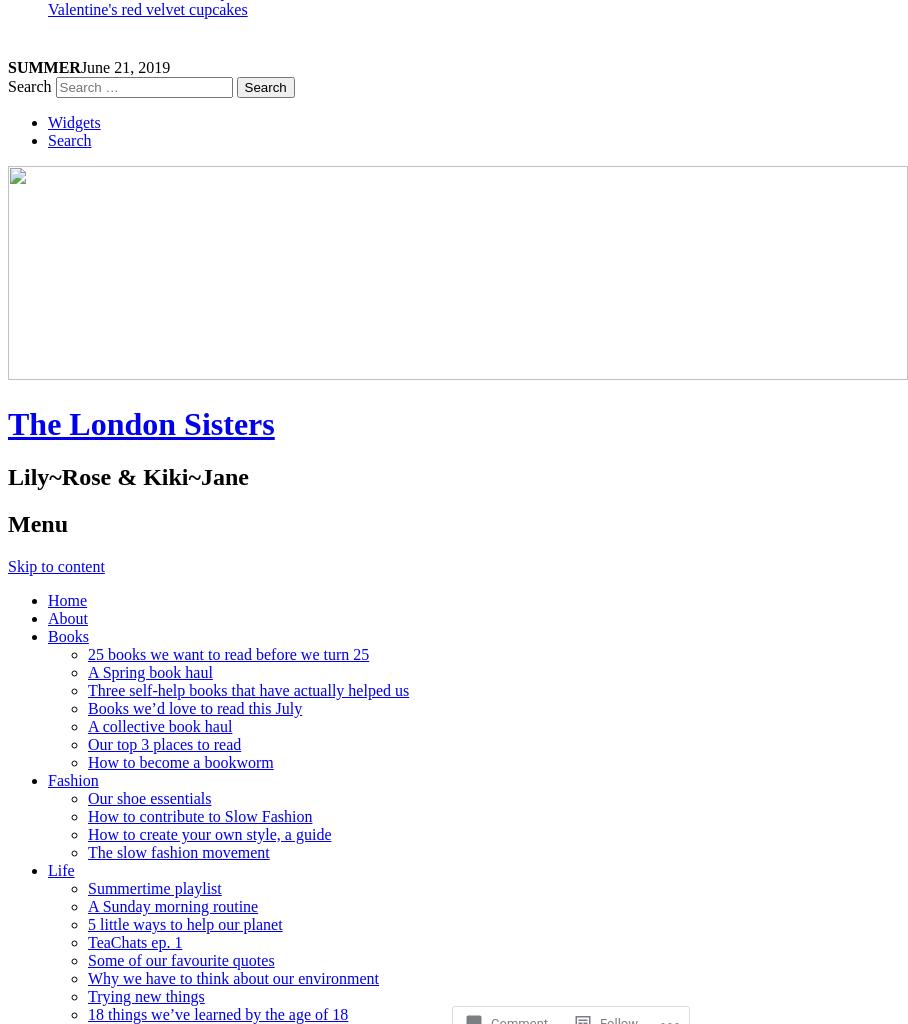  What do you see at coordinates (519, 948) in the screenshot?
I see `'Comment'` at bounding box center [519, 948].